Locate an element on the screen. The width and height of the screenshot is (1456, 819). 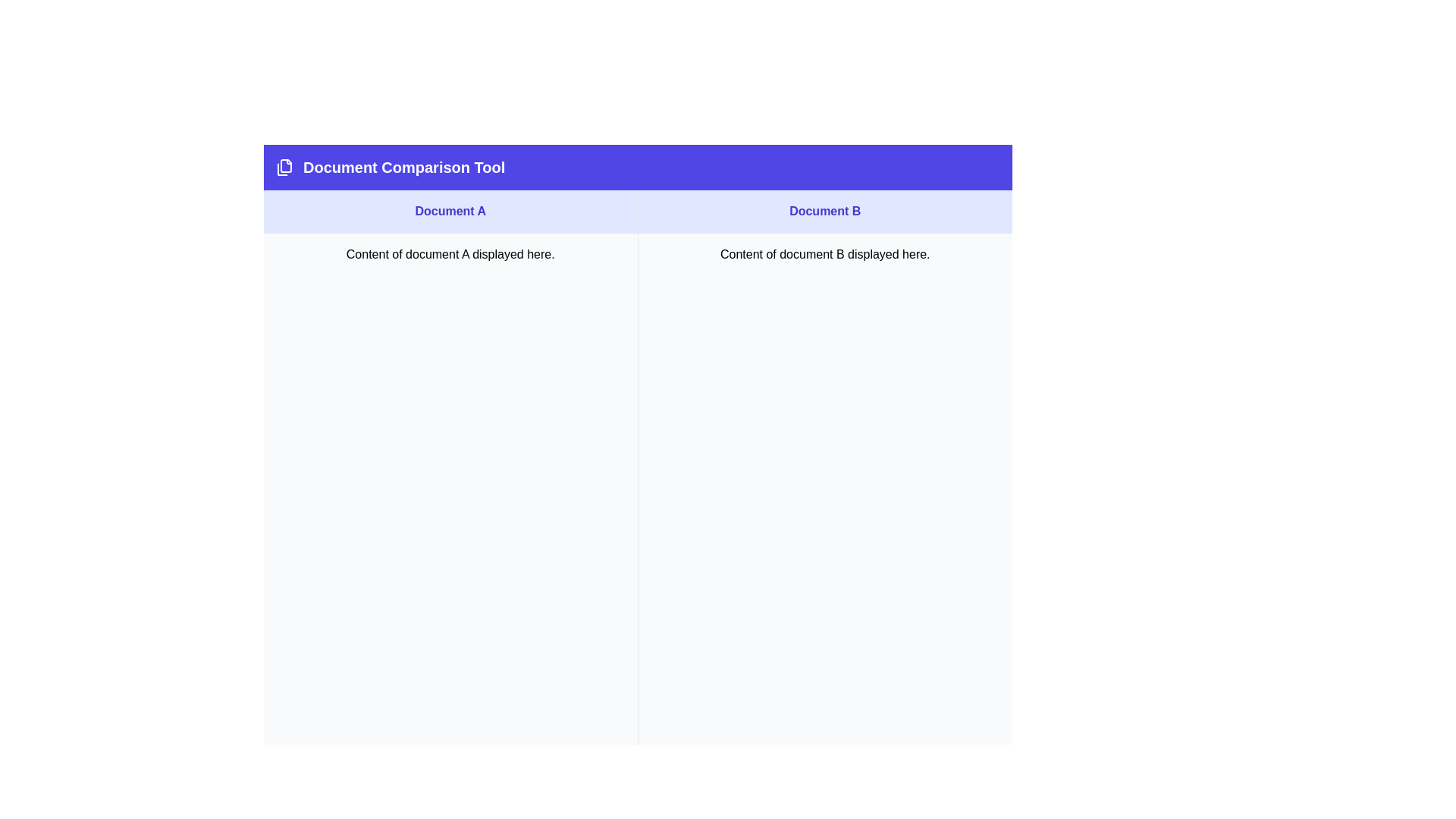
the document icon located at the leftmost side of the purple header band, preceding the text 'Document Comparison Tool' is located at coordinates (284, 167).